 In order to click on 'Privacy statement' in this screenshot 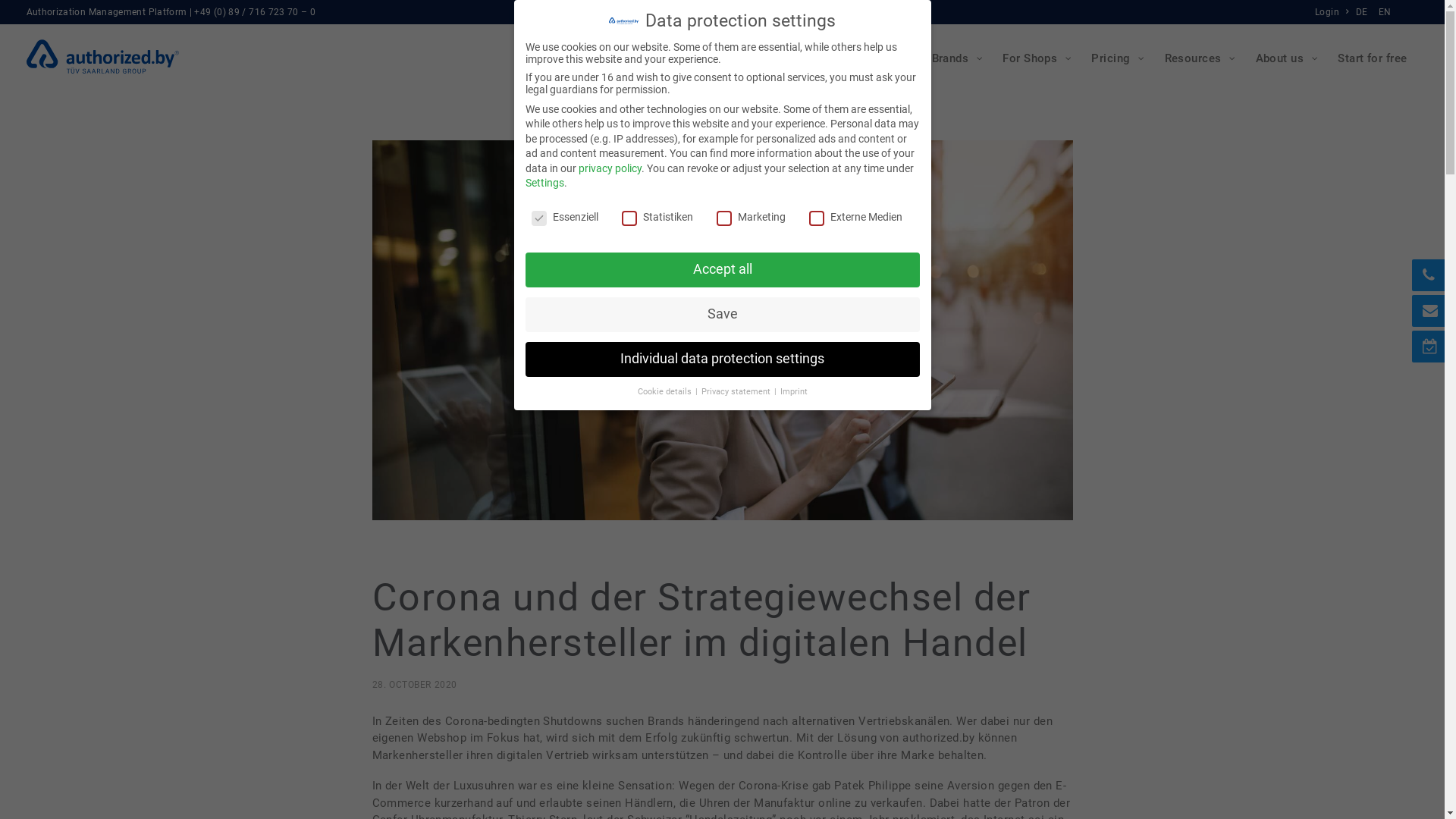, I will do `click(736, 391)`.